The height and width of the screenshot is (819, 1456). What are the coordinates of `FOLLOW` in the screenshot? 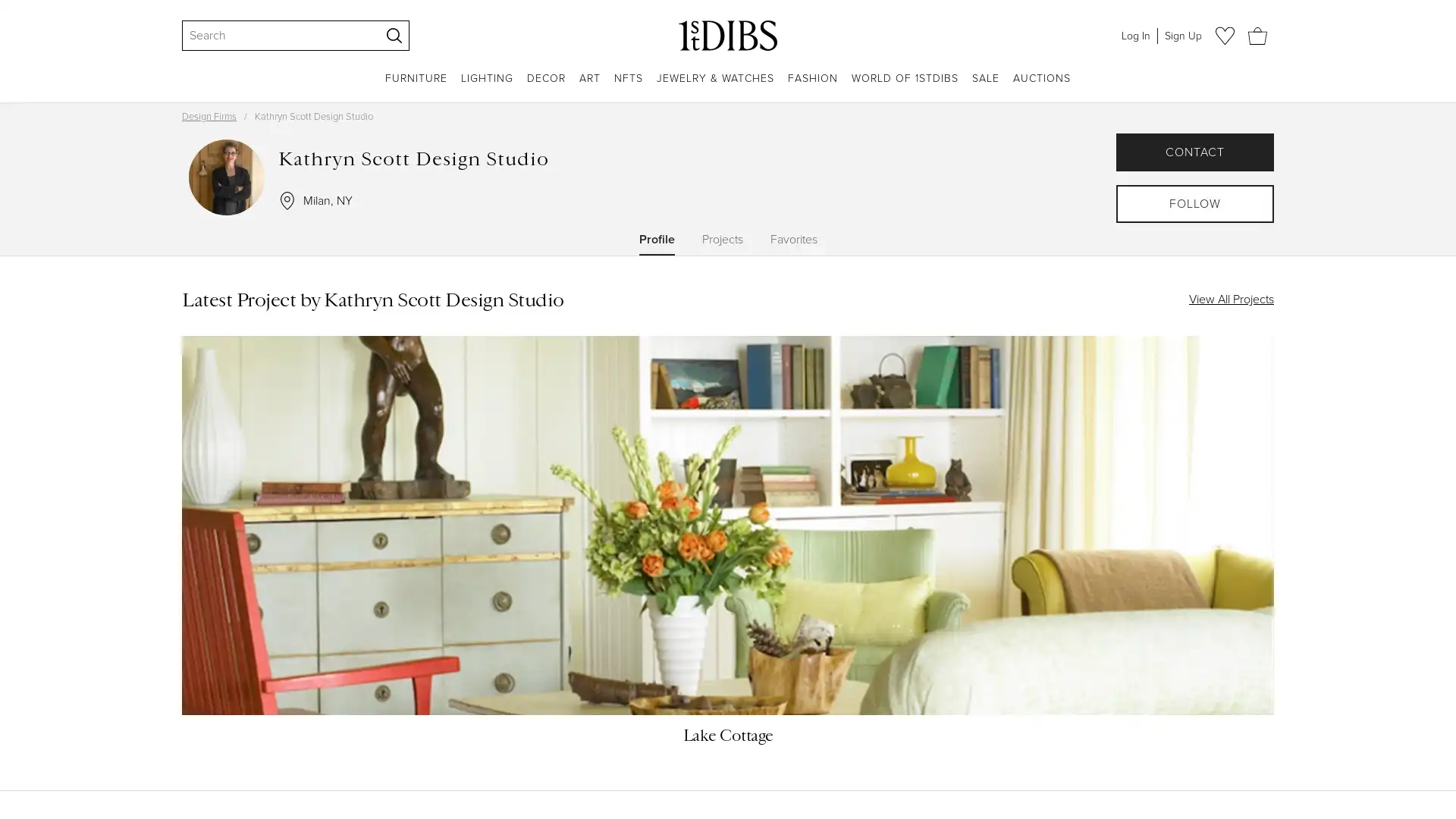 It's located at (1194, 202).